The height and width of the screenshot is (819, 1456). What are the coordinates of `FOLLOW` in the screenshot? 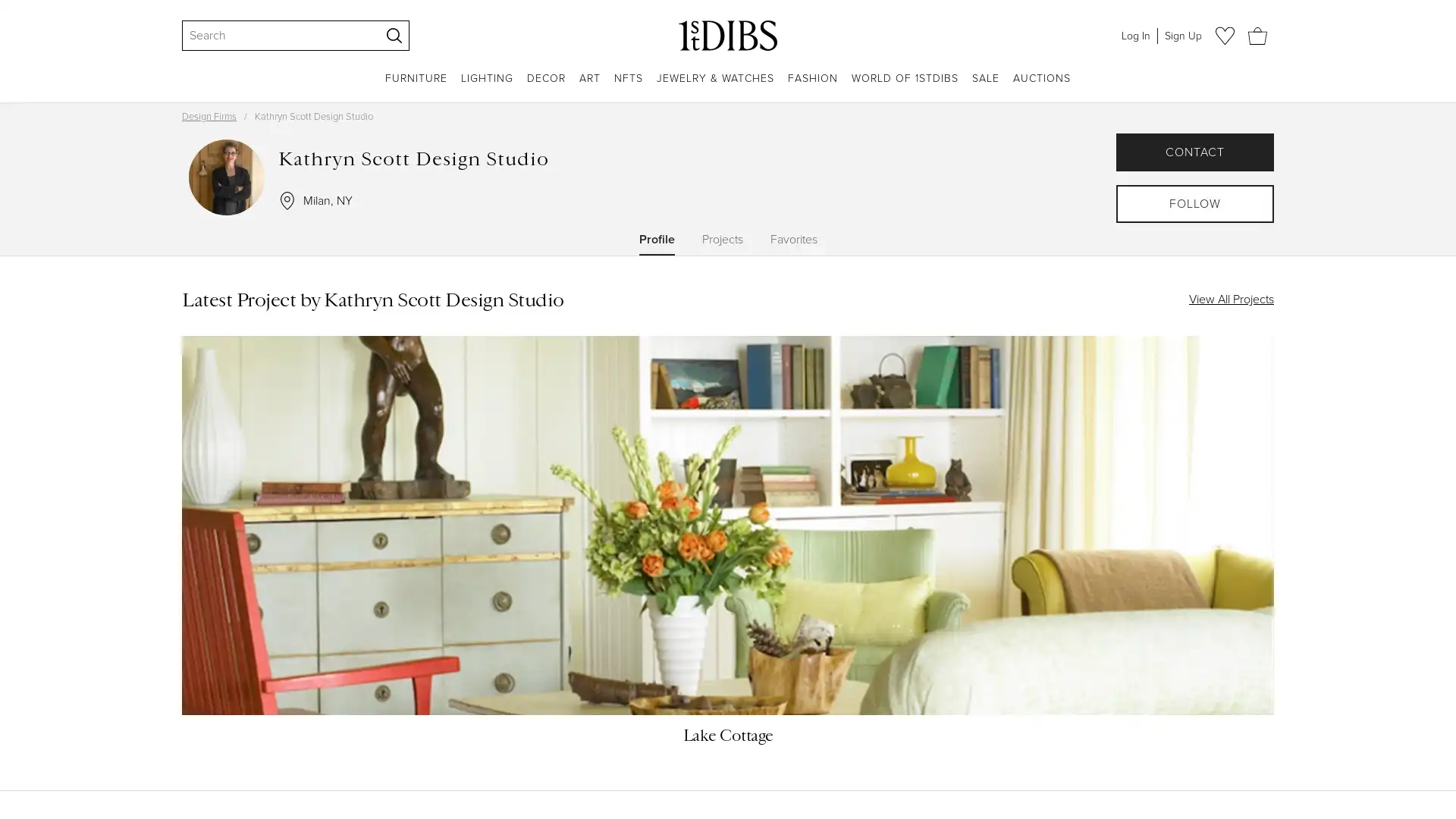 It's located at (1194, 202).